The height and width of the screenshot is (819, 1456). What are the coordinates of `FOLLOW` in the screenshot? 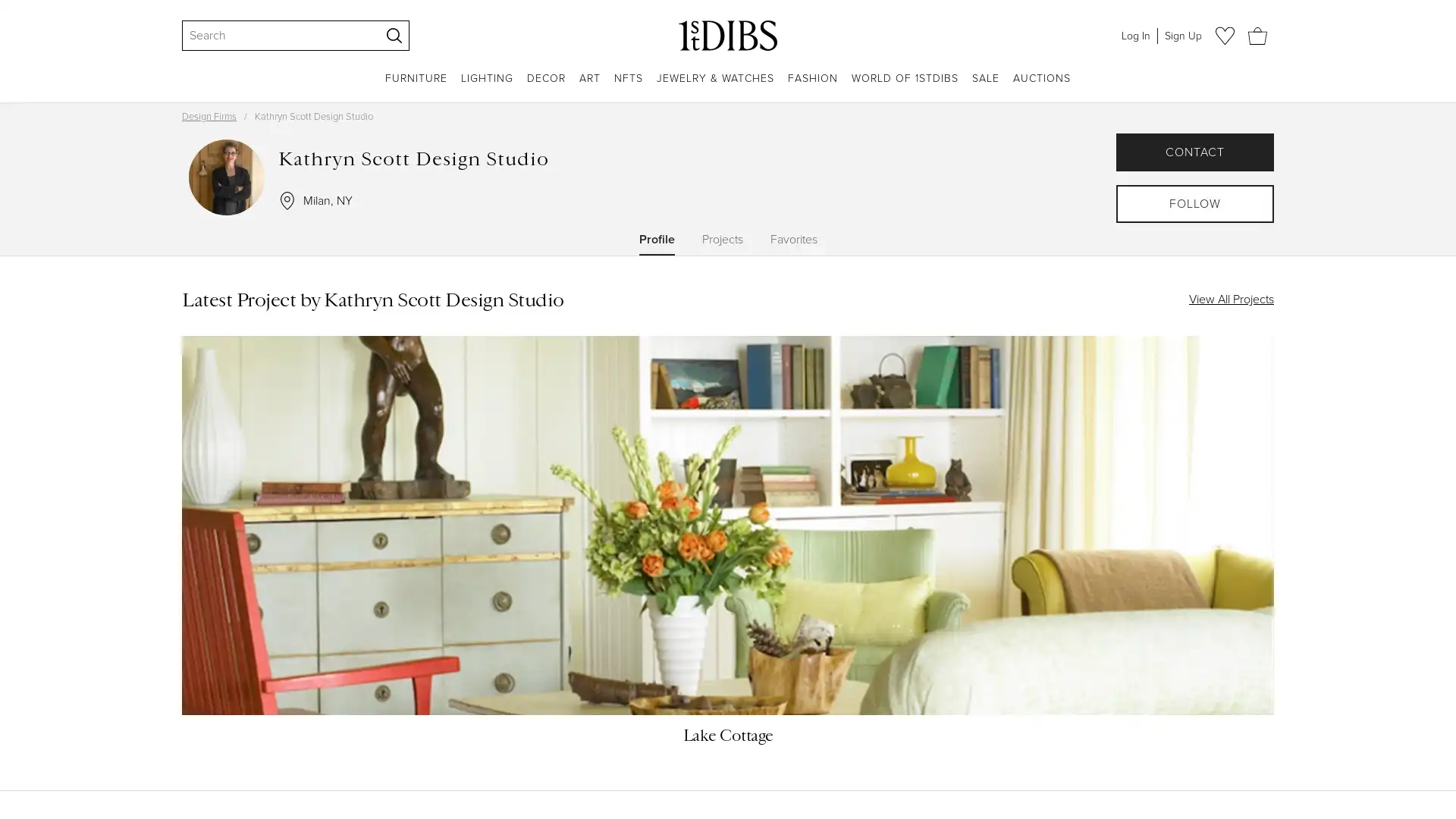 It's located at (1194, 202).